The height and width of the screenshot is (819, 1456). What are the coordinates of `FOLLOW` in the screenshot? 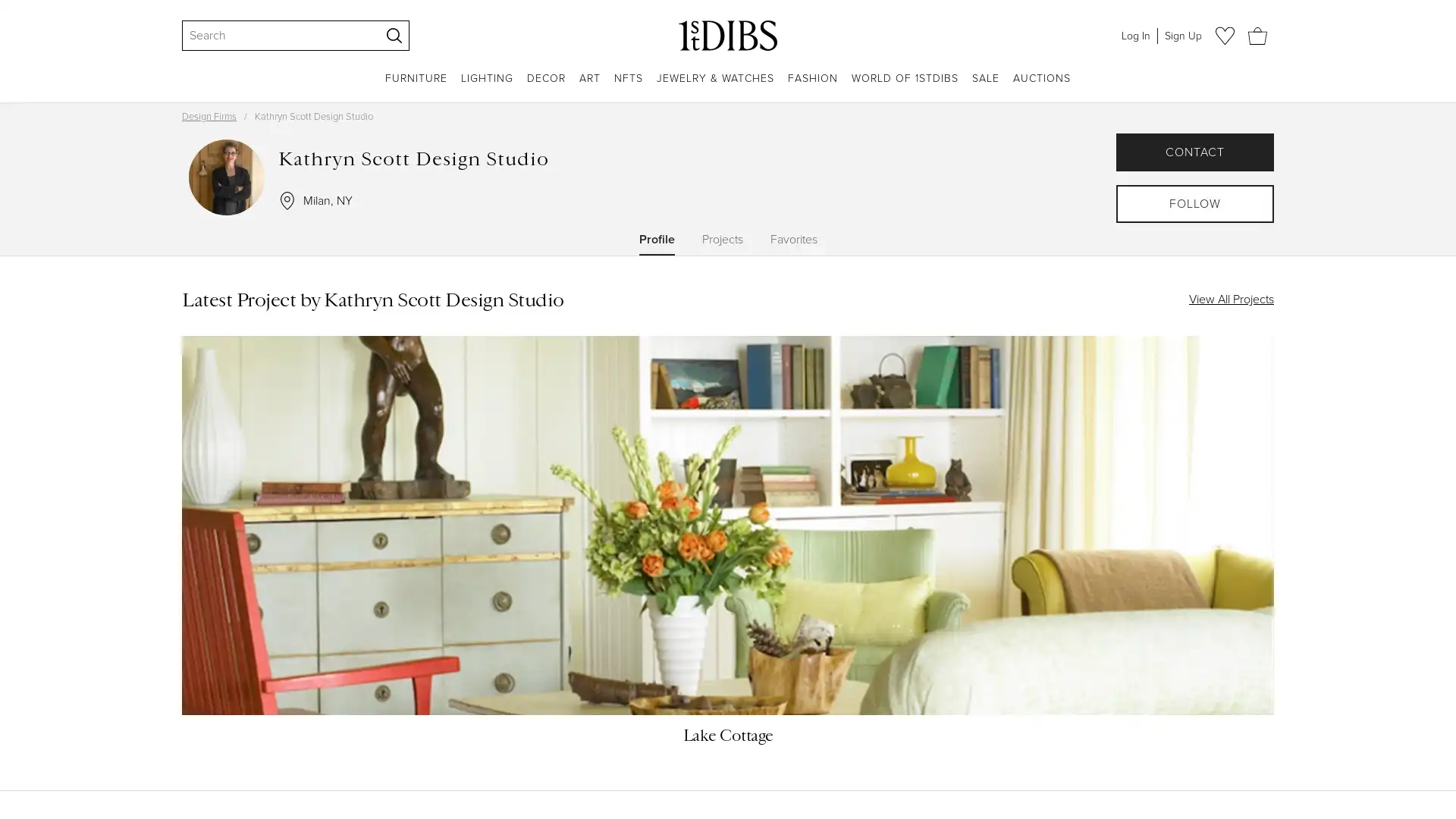 It's located at (1194, 202).